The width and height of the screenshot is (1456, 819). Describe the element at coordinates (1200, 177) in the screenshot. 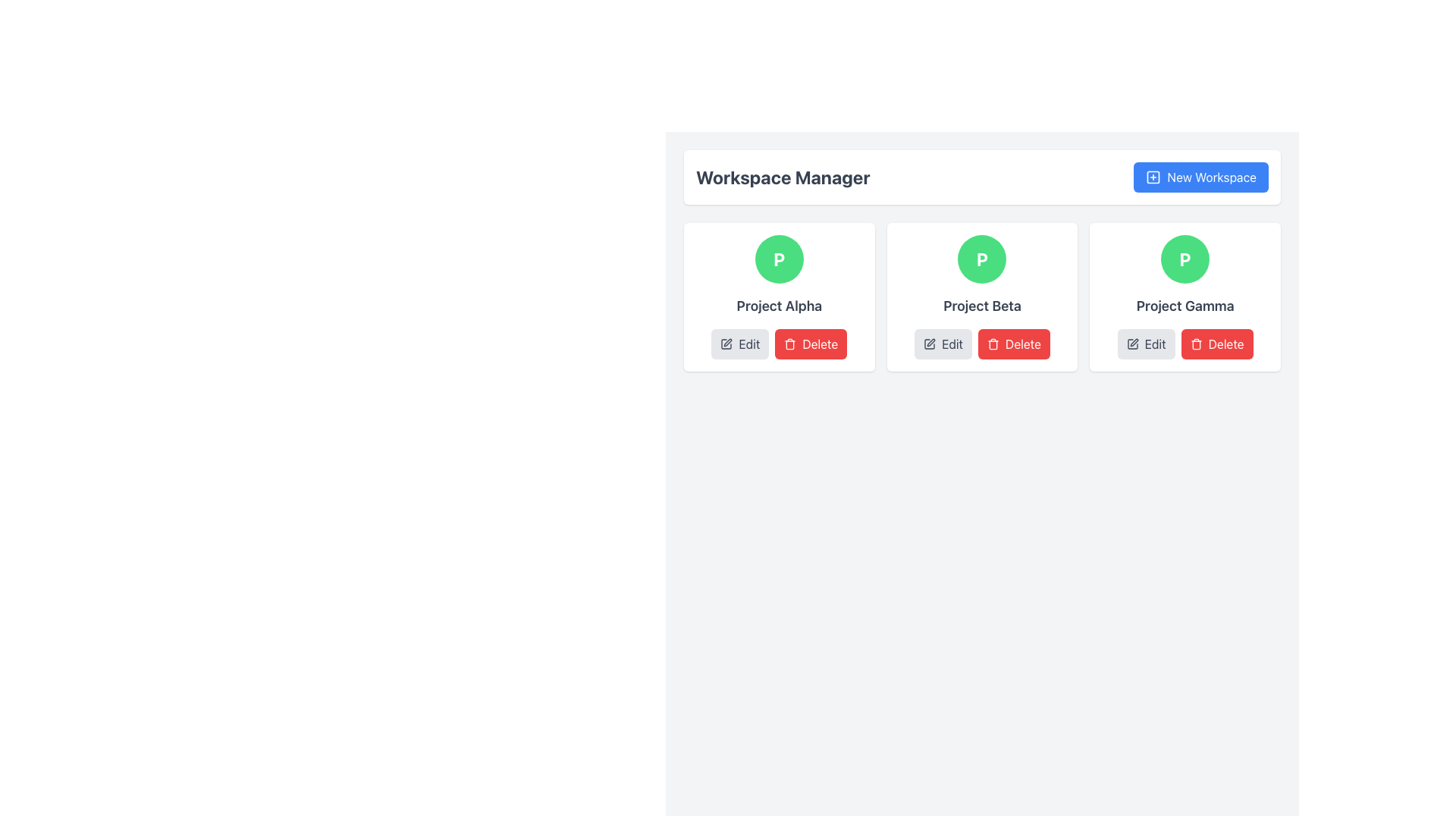

I see `the blue rectangular button labeled 'New Workspace' with a plus sign icon` at that location.